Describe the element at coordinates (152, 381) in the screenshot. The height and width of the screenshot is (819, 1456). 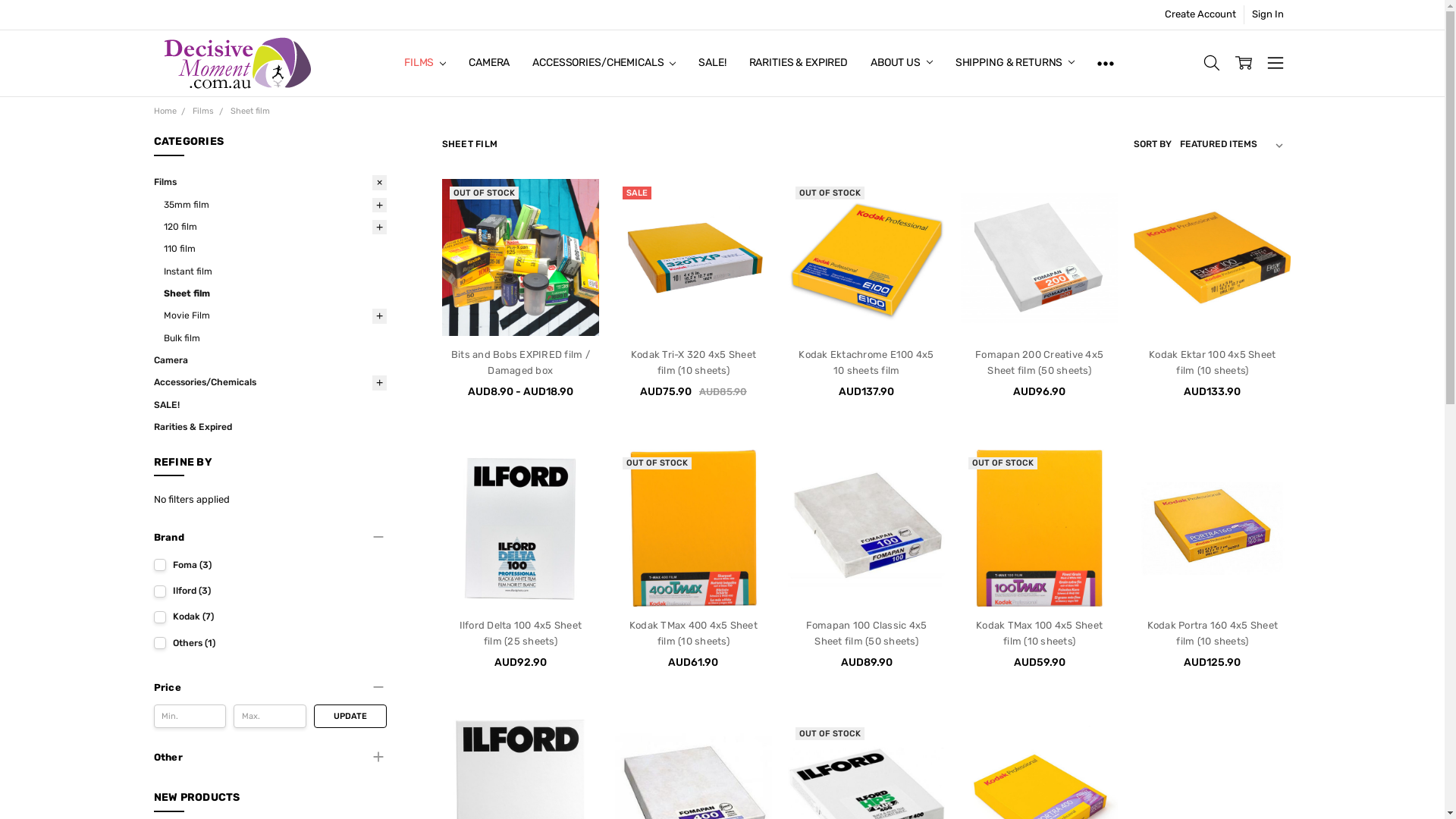
I see `'Accessories/Chemicals'` at that location.